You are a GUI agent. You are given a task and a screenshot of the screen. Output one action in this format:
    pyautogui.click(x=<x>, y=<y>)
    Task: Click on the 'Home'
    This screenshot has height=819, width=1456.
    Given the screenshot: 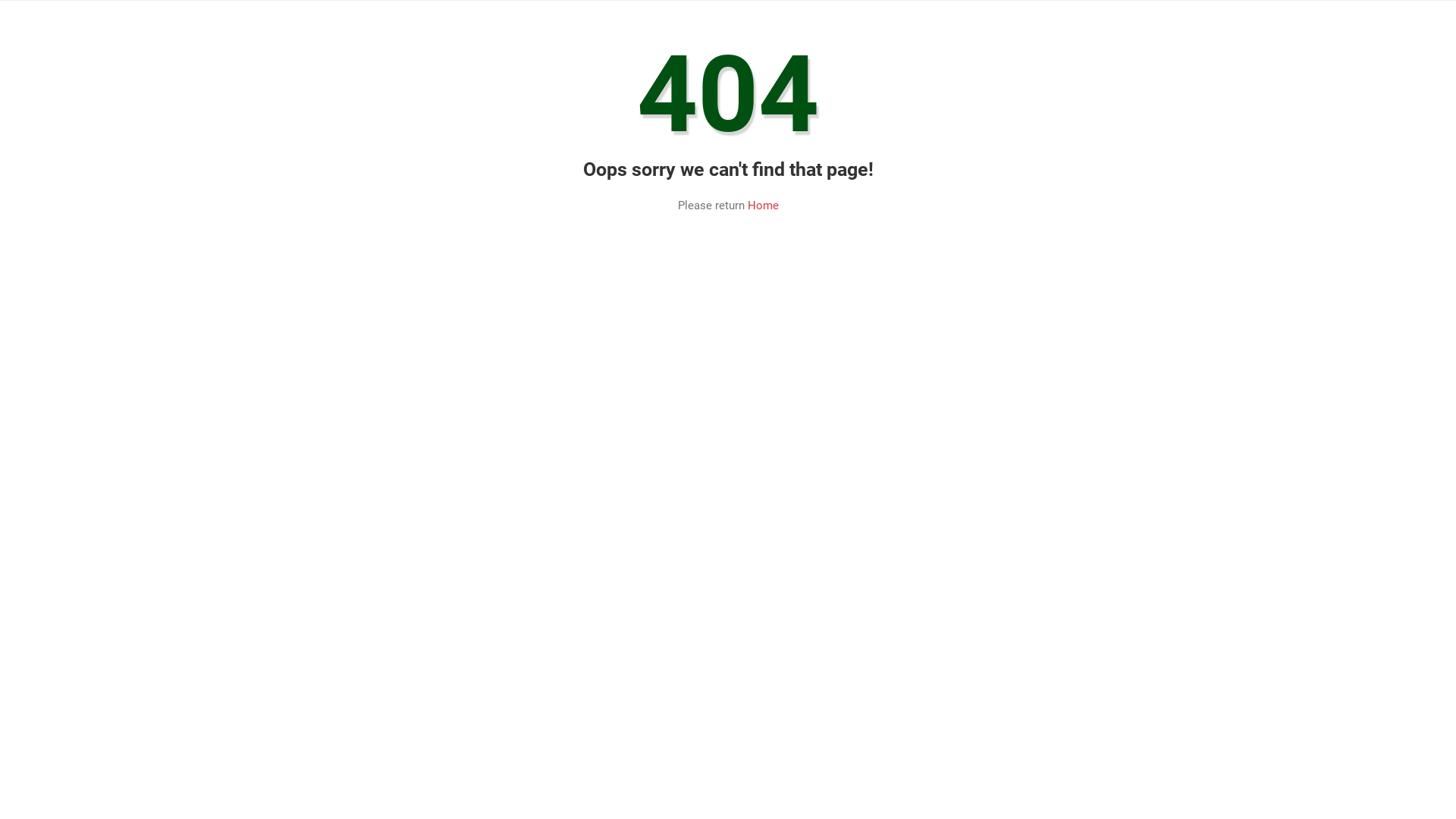 What is the action you would take?
    pyautogui.click(x=763, y=205)
    